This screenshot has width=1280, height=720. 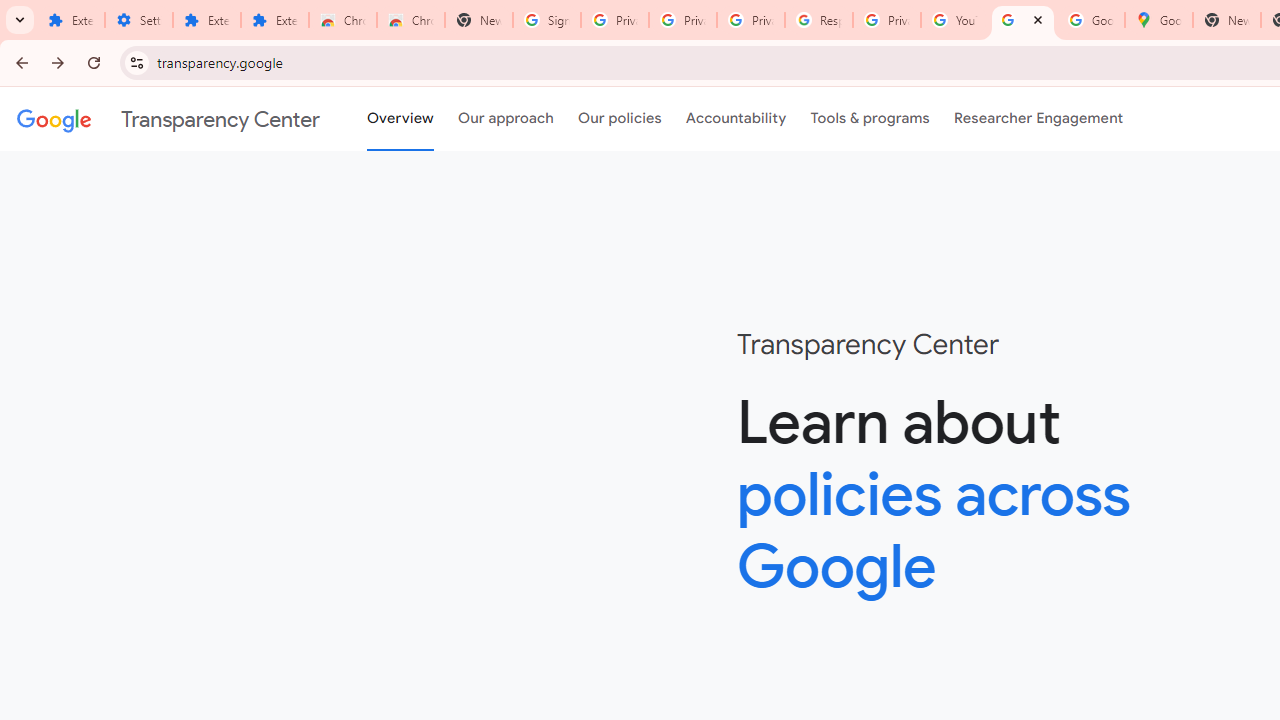 What do you see at coordinates (410, 20) in the screenshot?
I see `'Chrome Web Store - Themes'` at bounding box center [410, 20].